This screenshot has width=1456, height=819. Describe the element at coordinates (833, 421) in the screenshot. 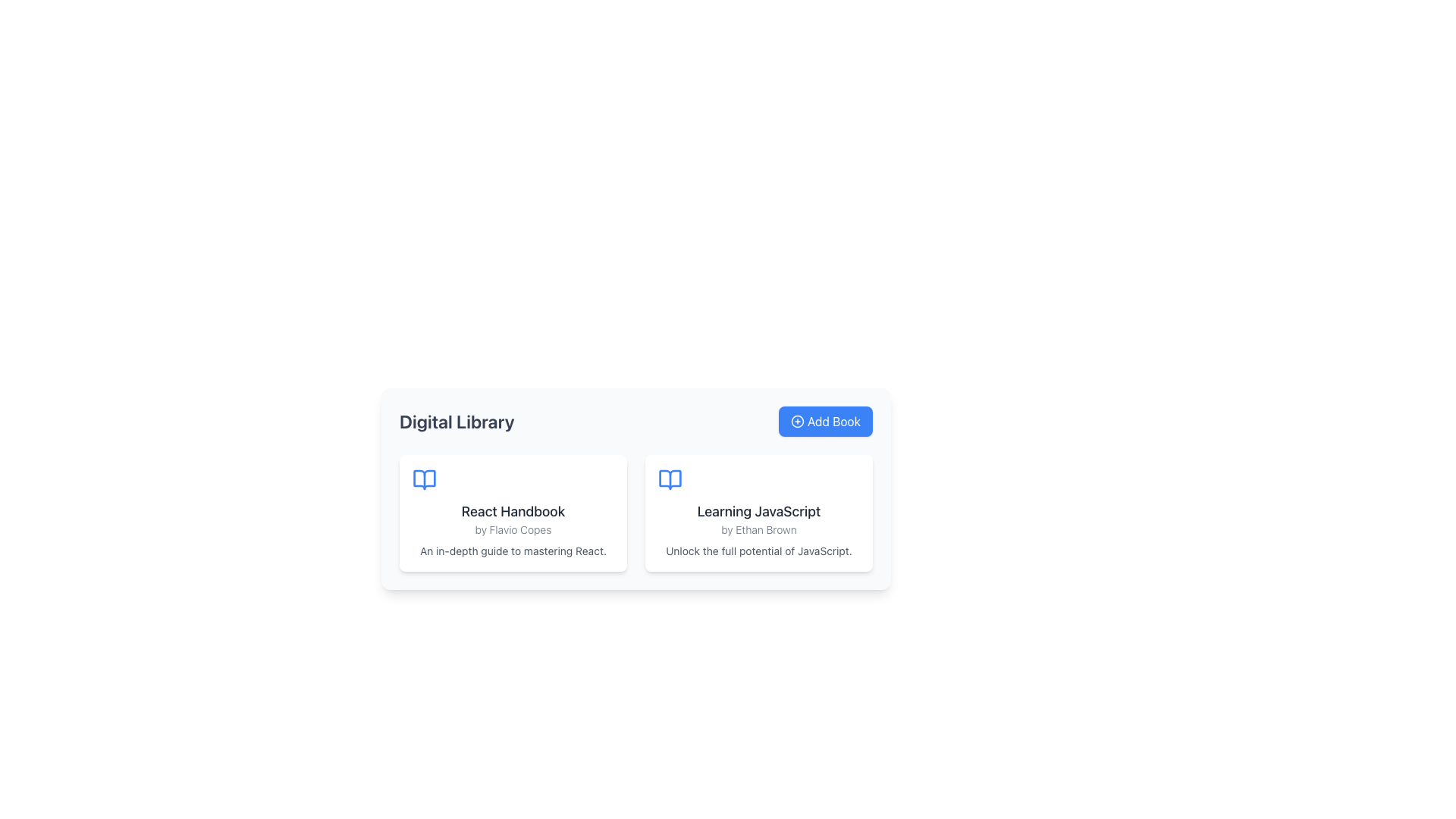

I see `the button that contains the text label for adding a new book entry, located at the top-right corner of the 'Digital Library' section` at that location.